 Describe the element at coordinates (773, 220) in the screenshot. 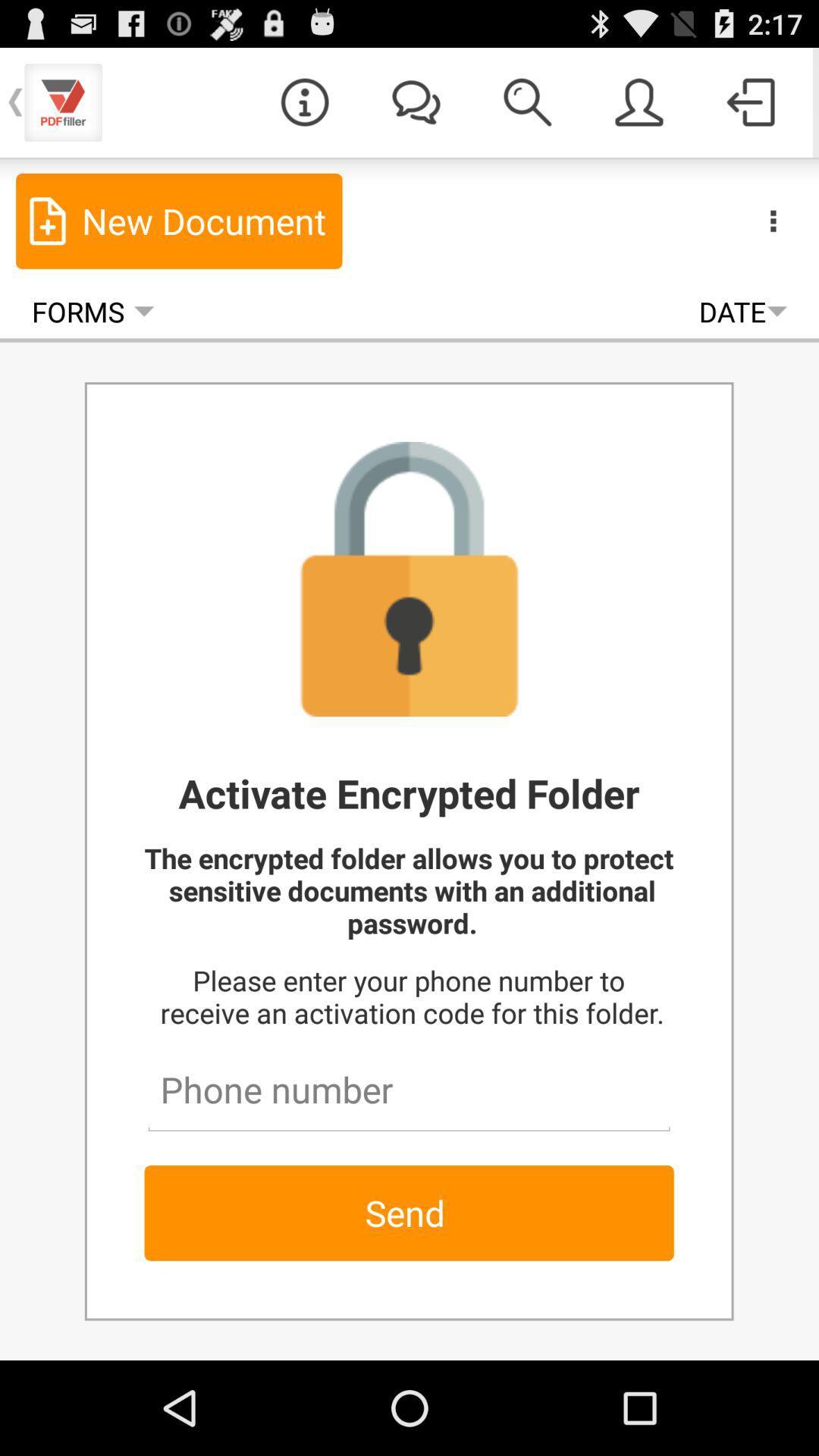

I see `tap button for options` at that location.